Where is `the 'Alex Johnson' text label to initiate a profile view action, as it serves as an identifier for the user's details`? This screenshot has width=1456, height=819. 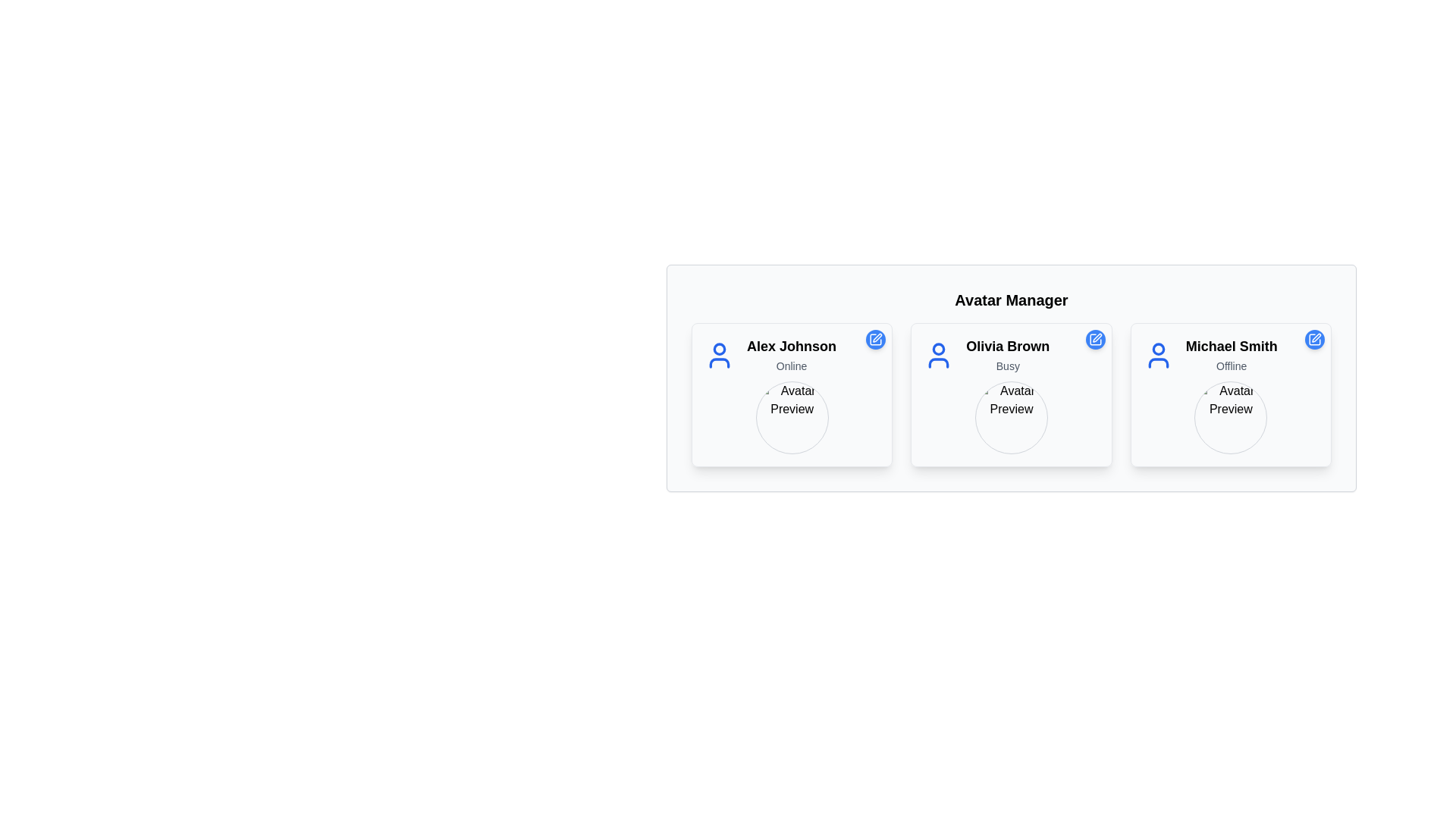 the 'Alex Johnson' text label to initiate a profile view action, as it serves as an identifier for the user's details is located at coordinates (791, 346).